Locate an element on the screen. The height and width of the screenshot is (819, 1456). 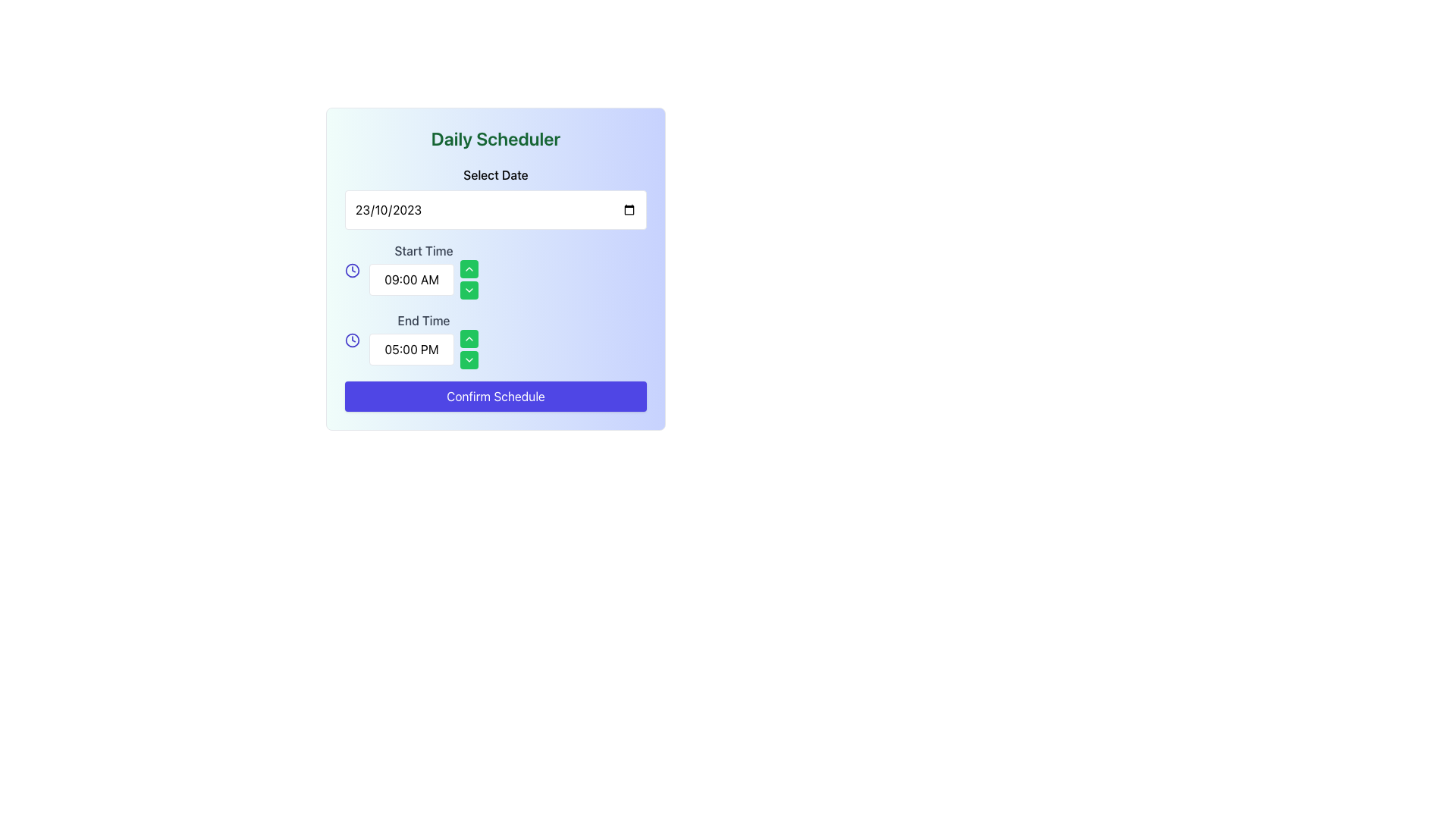
the downward-pointing chevron button in the vertically aligned stepper controls to decrease the start time value in the 'Daily Scheduler' interface is located at coordinates (469, 280).